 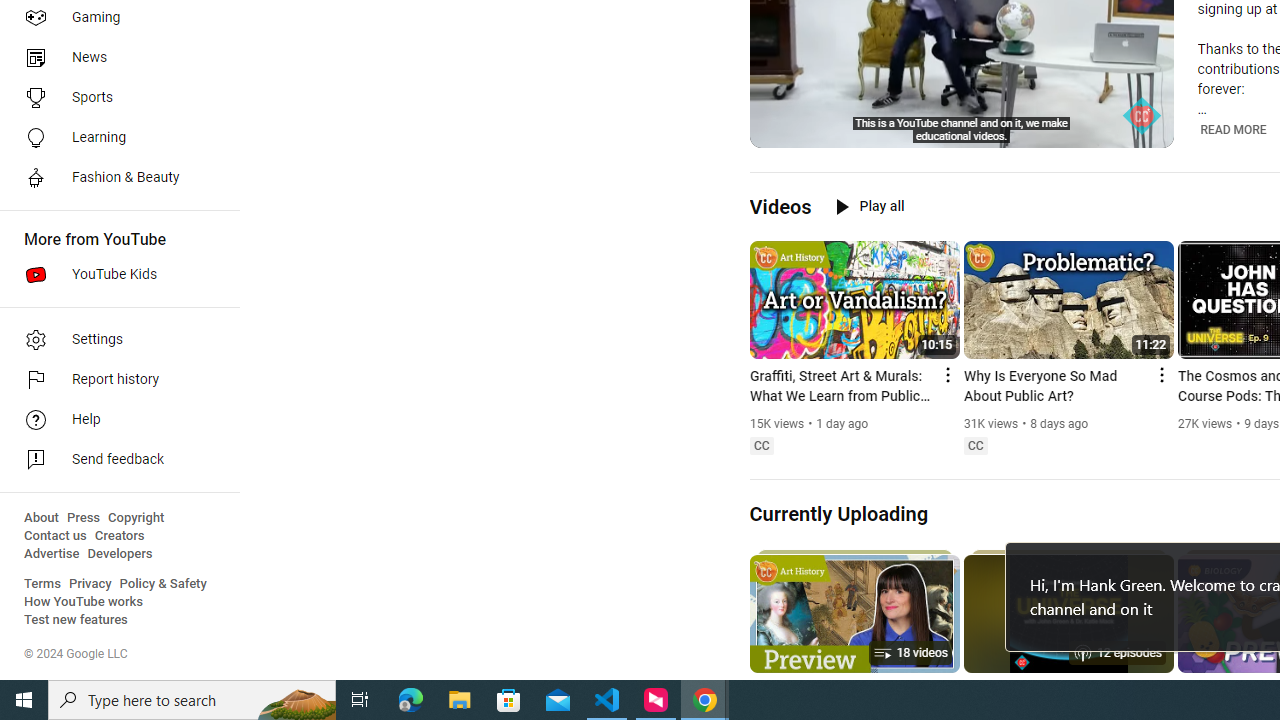 What do you see at coordinates (112, 136) in the screenshot?
I see `'Learning'` at bounding box center [112, 136].